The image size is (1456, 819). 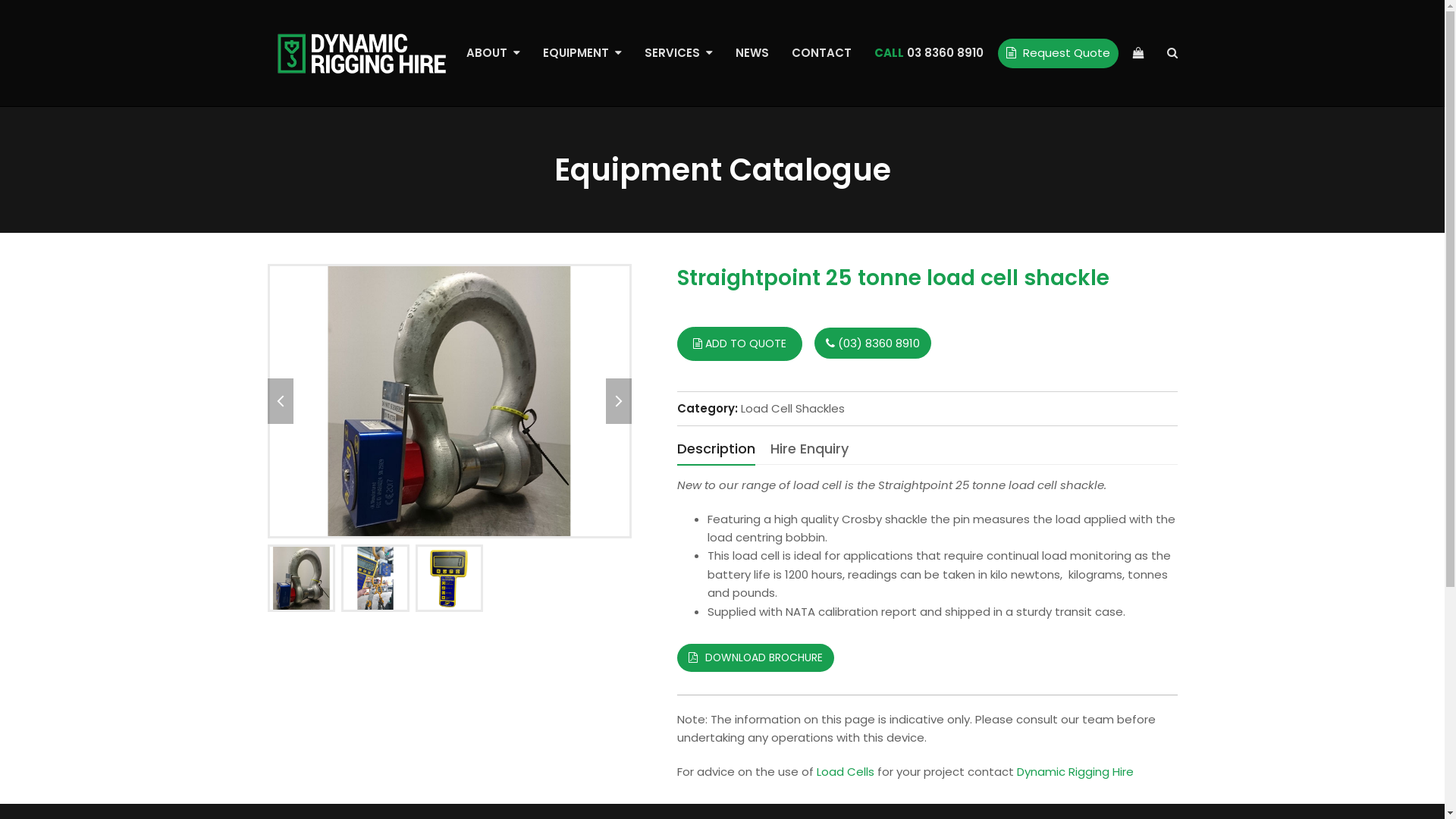 What do you see at coordinates (739, 344) in the screenshot?
I see `'ADD TO QUOTE'` at bounding box center [739, 344].